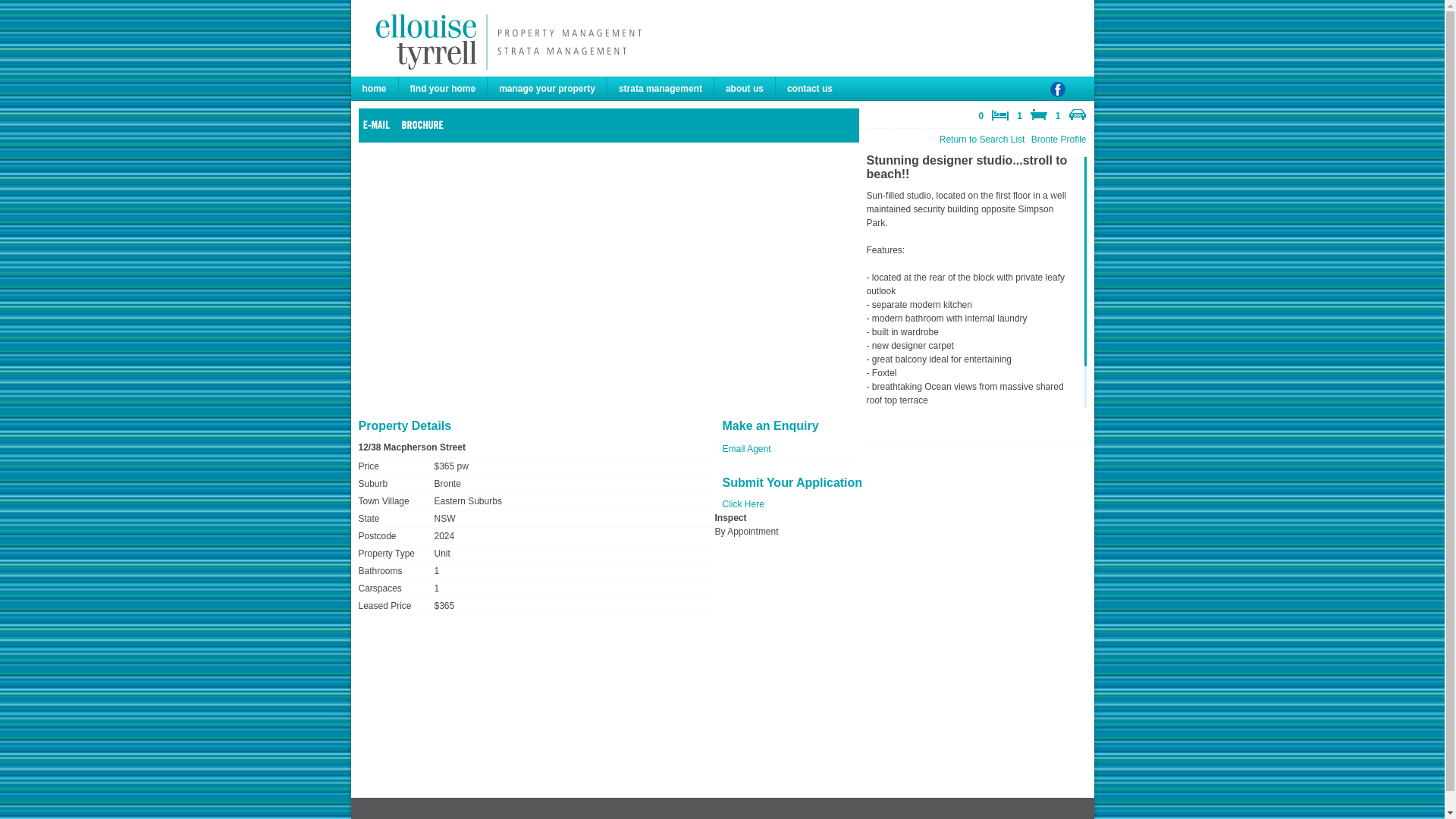  I want to click on 'manage your property', so click(546, 88).